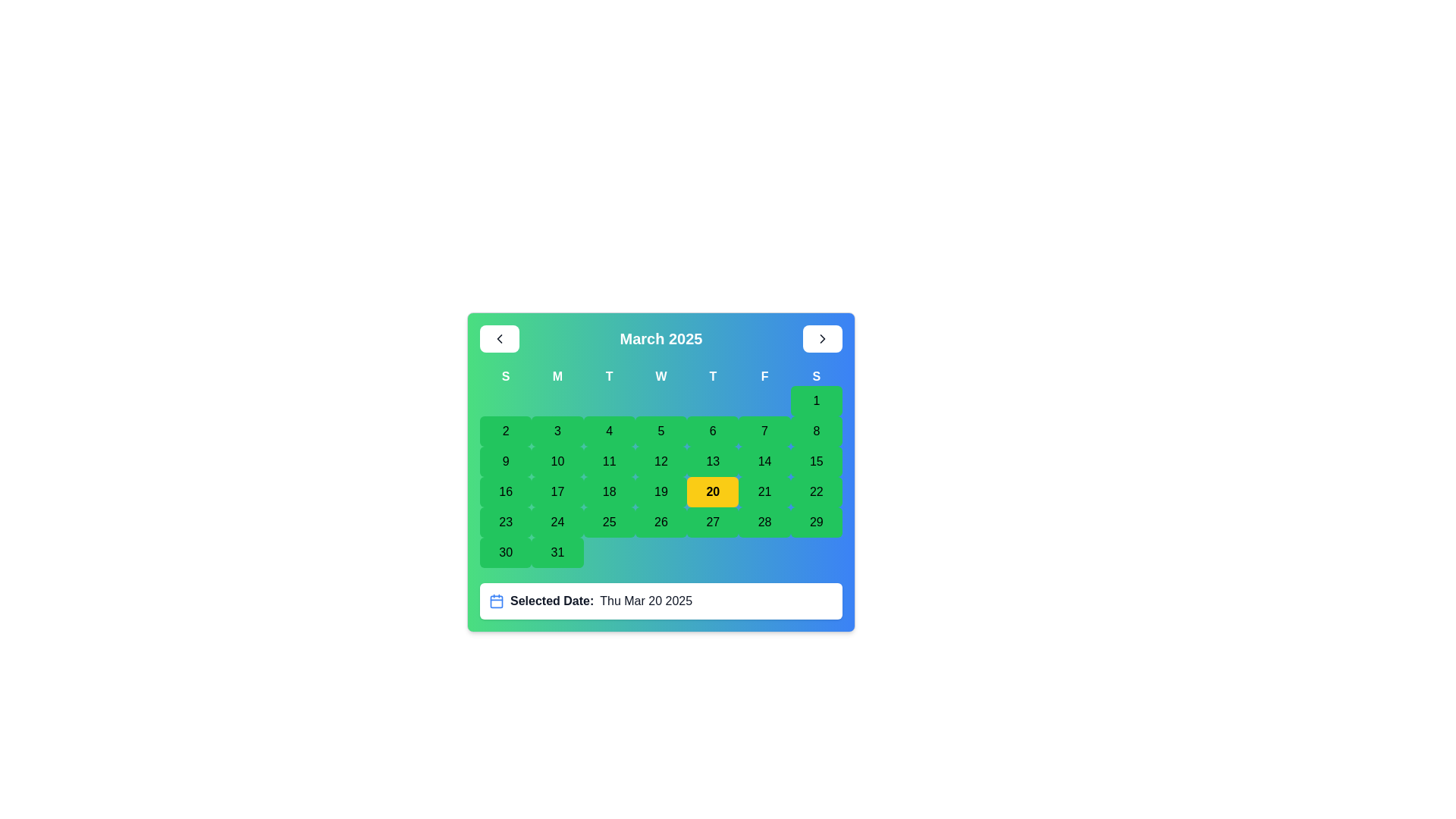 Image resolution: width=1456 pixels, height=819 pixels. Describe the element at coordinates (712, 522) in the screenshot. I see `the button representing the date 27th under the header 'March 2025' to potentially reveal additional information` at that location.